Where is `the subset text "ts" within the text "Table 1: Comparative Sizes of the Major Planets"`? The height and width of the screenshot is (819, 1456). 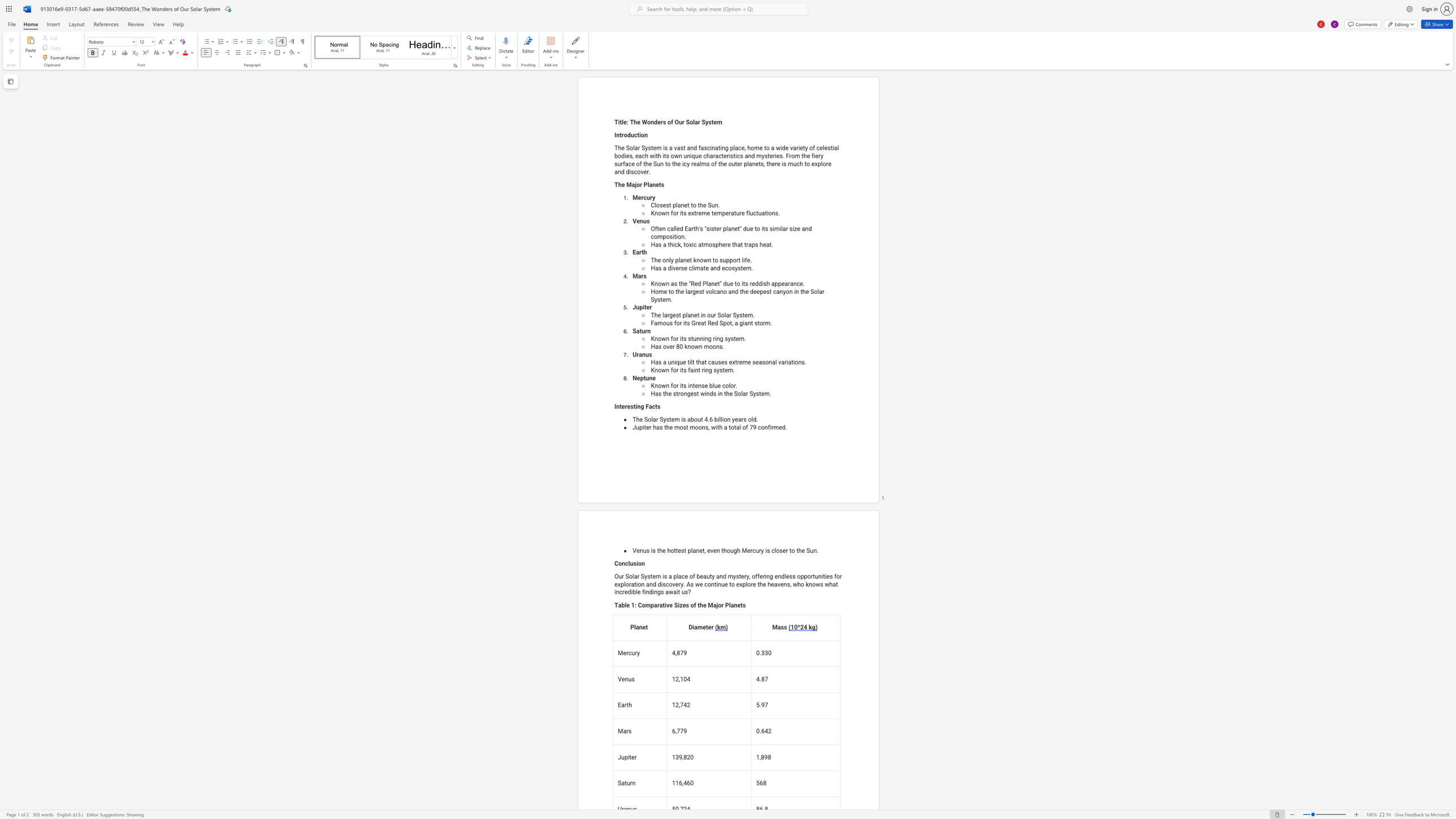 the subset text "ts" within the text "Table 1: Comparative Sizes of the Major Planets" is located at coordinates (740, 605).